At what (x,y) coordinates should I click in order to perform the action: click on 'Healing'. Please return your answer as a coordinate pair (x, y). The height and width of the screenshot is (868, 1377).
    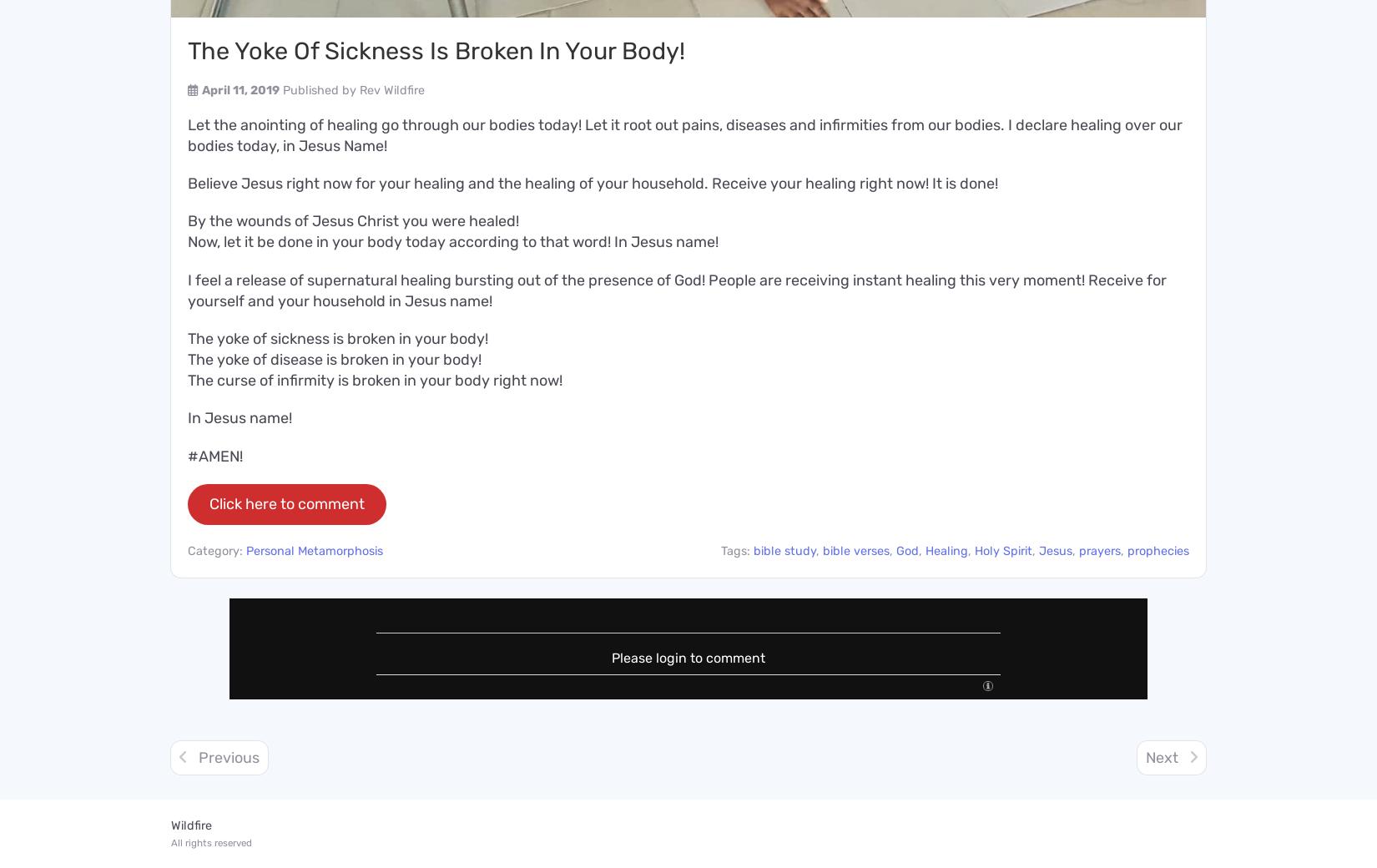
    Looking at the image, I should click on (946, 550).